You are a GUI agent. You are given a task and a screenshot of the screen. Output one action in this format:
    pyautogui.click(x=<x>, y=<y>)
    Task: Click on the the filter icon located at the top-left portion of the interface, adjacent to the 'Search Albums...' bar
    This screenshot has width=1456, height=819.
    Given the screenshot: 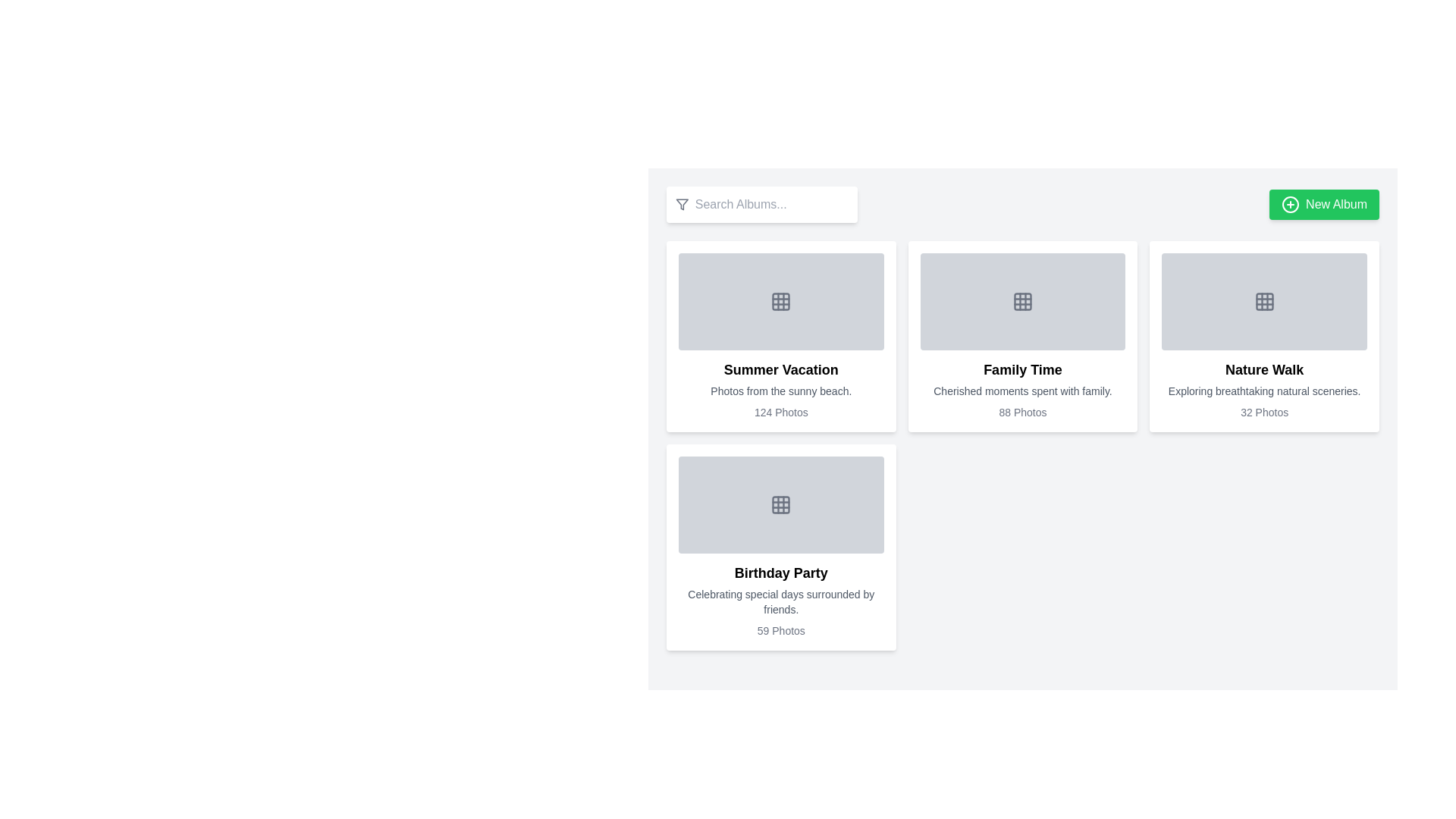 What is the action you would take?
    pyautogui.click(x=681, y=205)
    